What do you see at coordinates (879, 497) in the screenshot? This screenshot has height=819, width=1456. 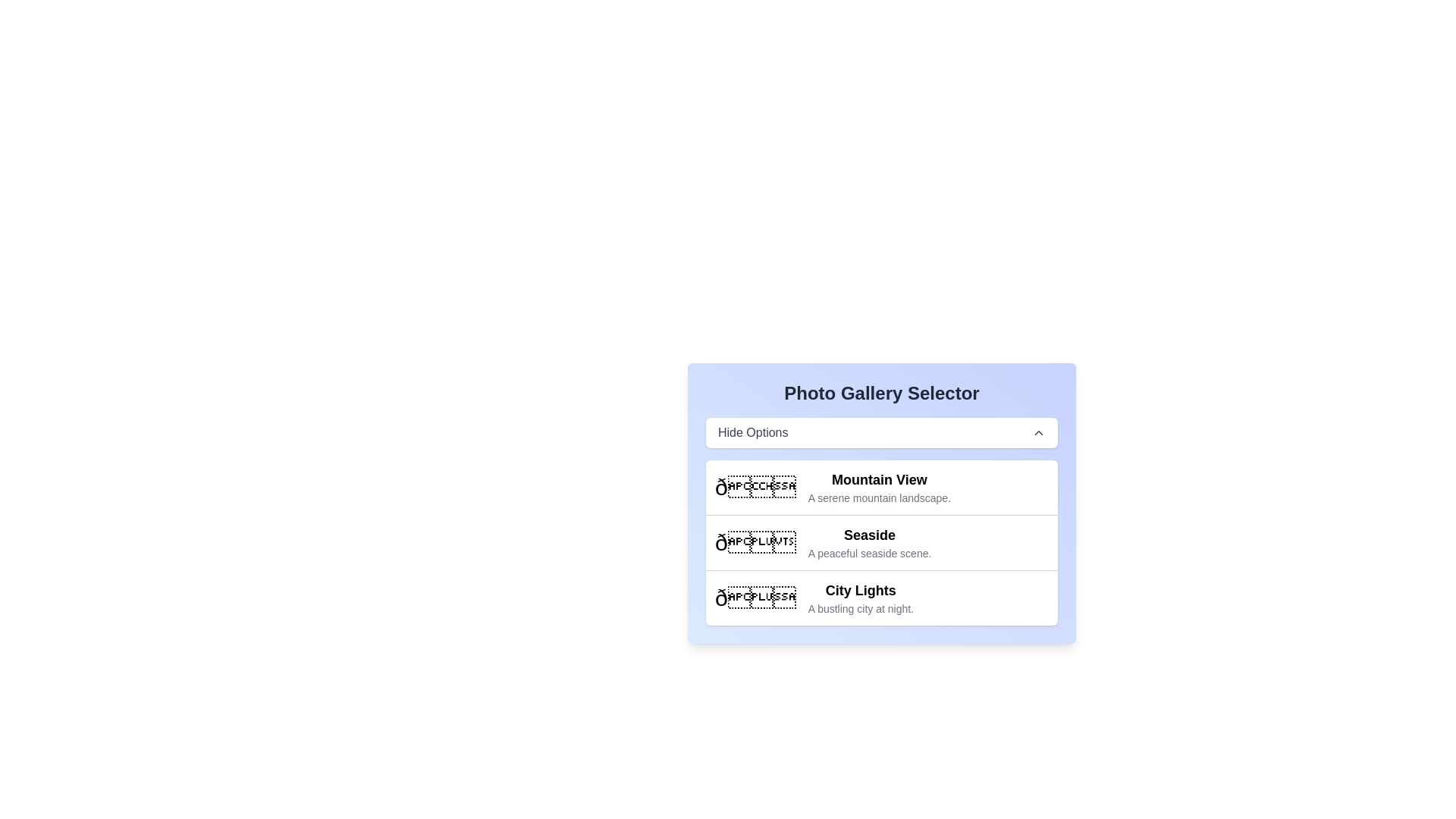 I see `descriptive text label 'A serene mountain landscape.' located below the title 'Mountain View.' in the photo gallery interface` at bounding box center [879, 497].